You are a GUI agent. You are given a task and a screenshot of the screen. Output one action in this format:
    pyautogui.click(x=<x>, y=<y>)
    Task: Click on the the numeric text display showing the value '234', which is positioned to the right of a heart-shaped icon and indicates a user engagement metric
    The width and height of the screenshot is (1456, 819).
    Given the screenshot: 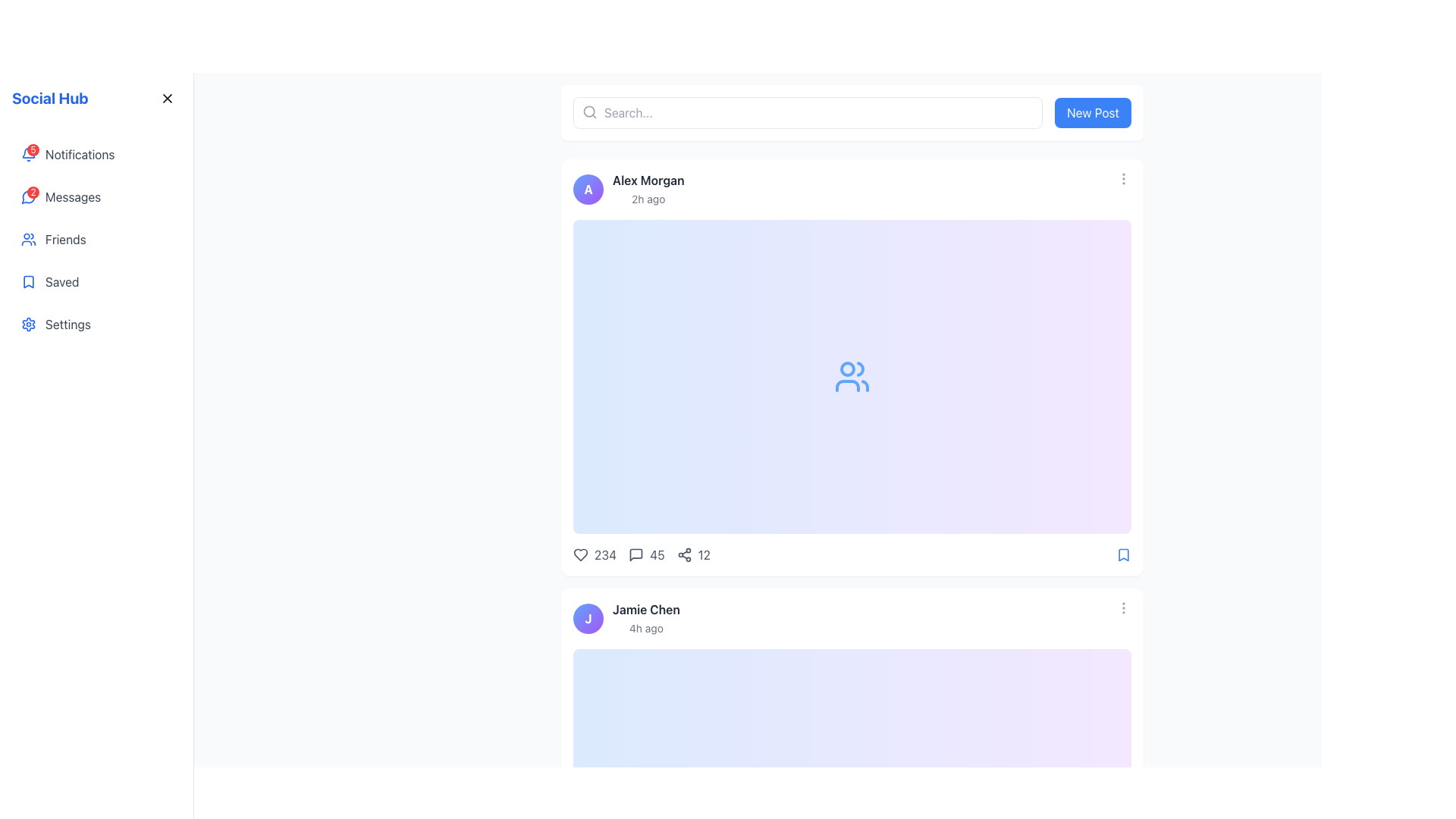 What is the action you would take?
    pyautogui.click(x=604, y=555)
    